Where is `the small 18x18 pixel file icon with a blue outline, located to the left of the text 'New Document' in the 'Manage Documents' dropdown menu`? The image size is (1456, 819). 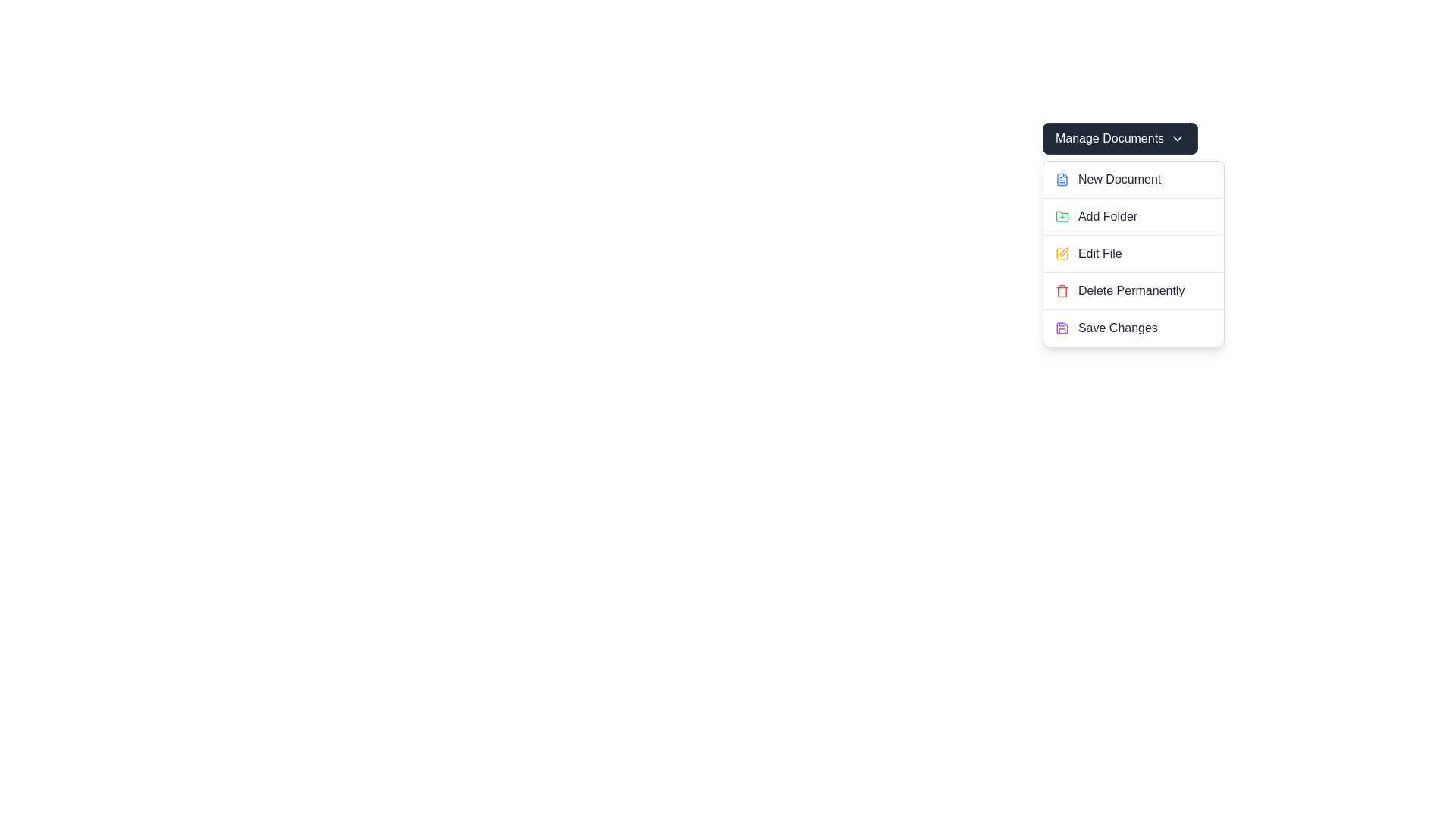 the small 18x18 pixel file icon with a blue outline, located to the left of the text 'New Document' in the 'Manage Documents' dropdown menu is located at coordinates (1061, 178).